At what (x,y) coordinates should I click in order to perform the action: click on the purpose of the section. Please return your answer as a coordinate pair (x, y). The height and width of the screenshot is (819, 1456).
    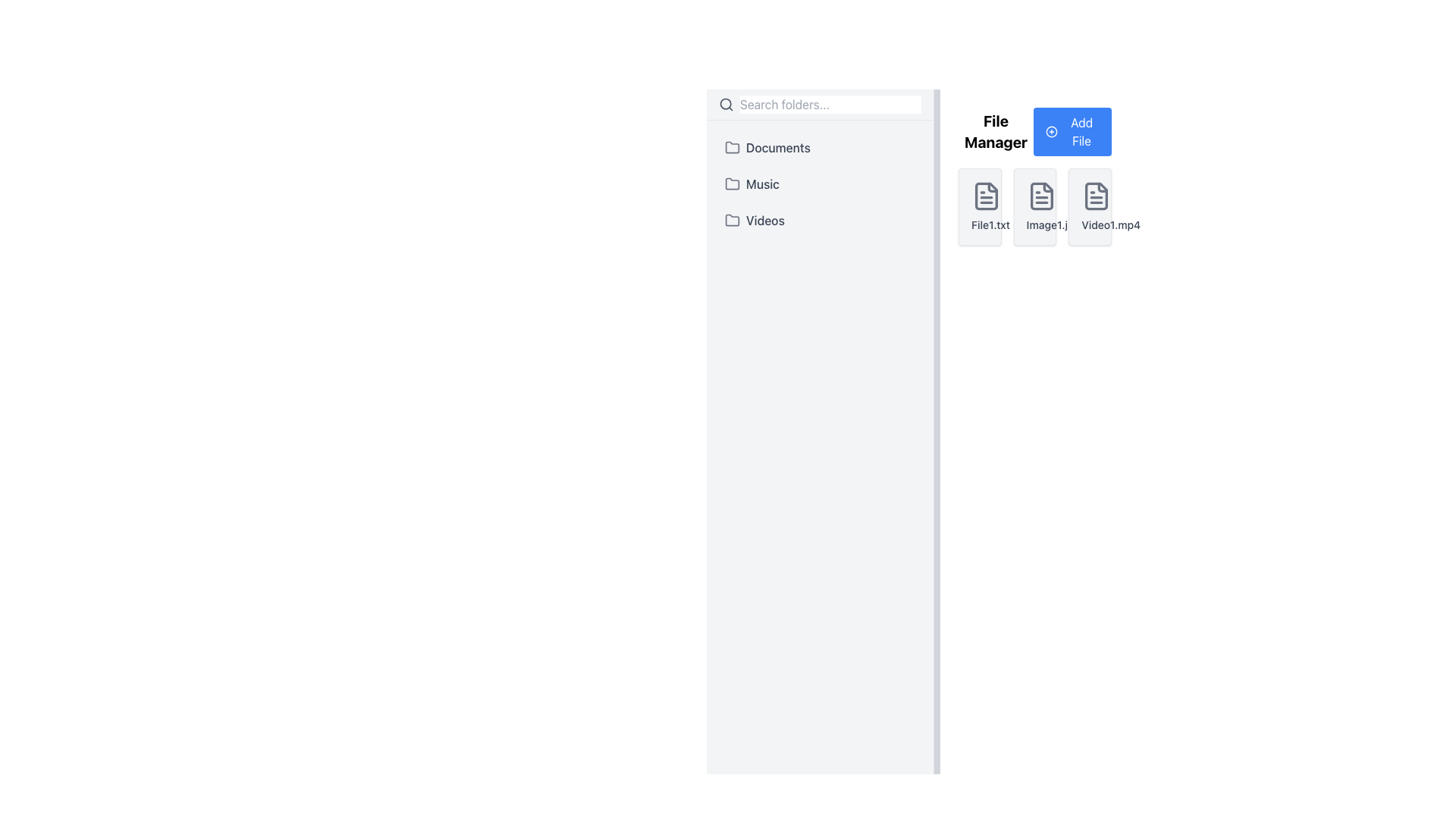
    Looking at the image, I should click on (1034, 130).